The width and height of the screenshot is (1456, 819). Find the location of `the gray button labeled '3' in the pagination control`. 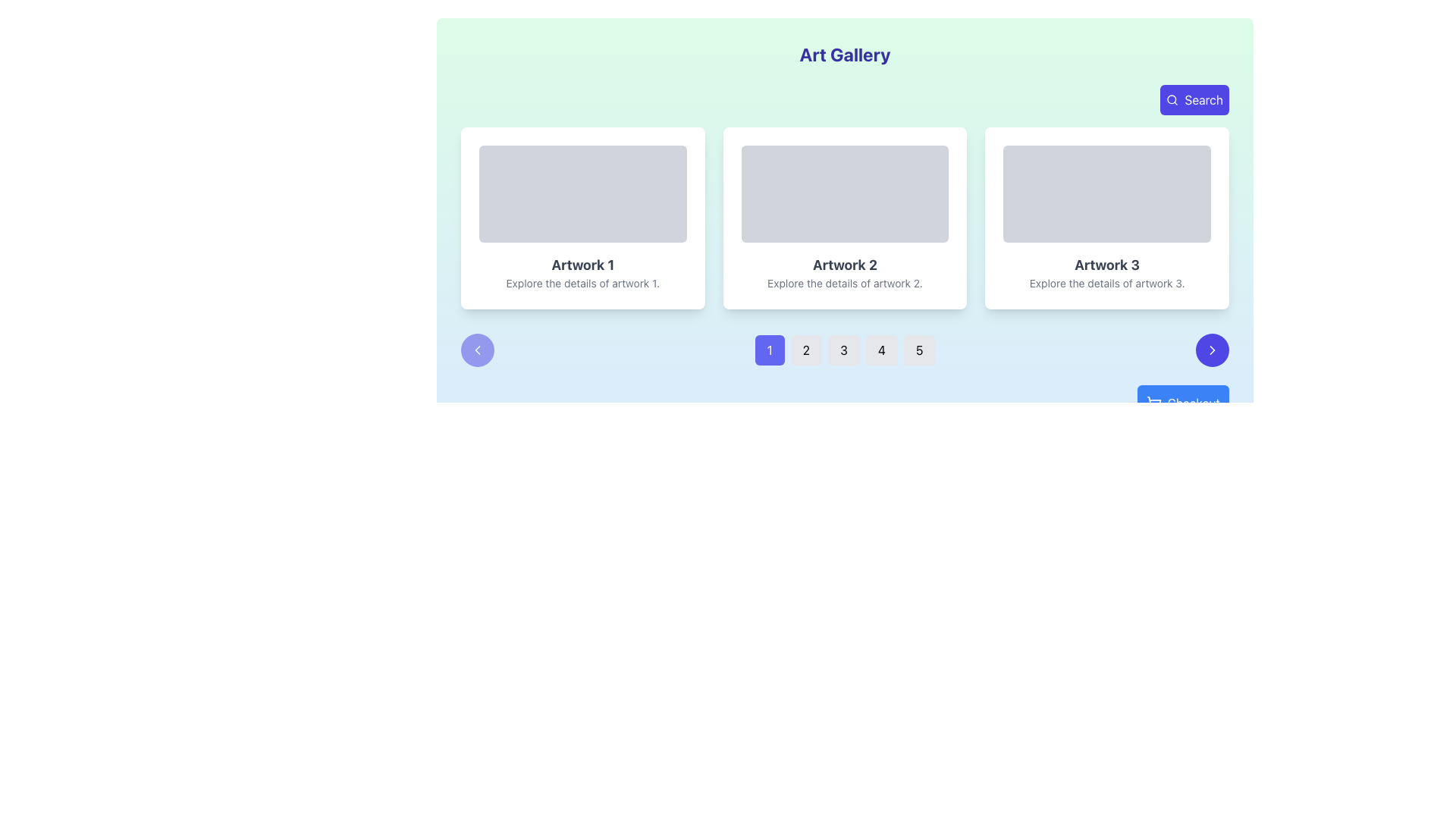

the gray button labeled '3' in the pagination control is located at coordinates (844, 350).